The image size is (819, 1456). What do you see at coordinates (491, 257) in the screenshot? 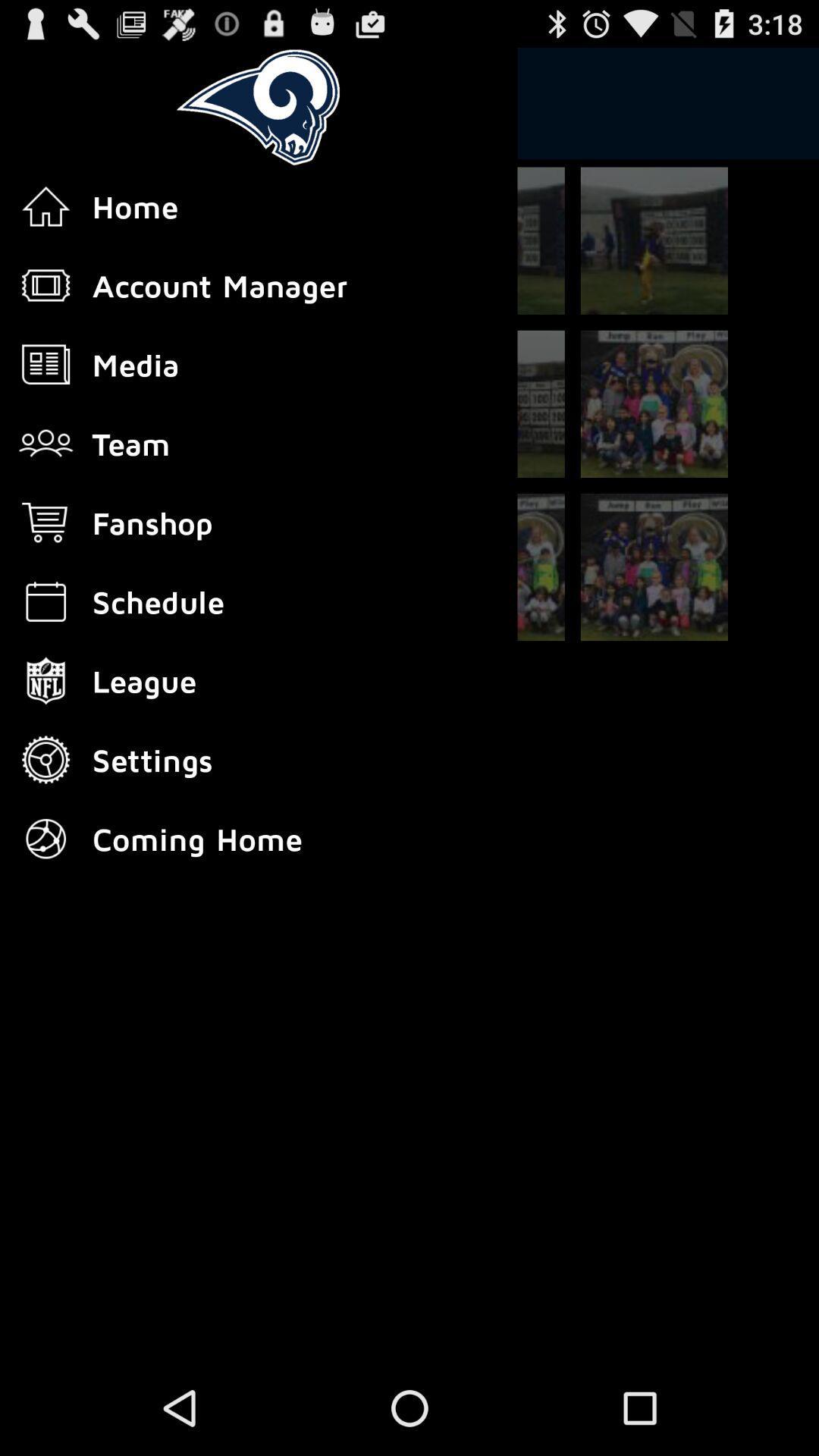
I see `the add icon` at bounding box center [491, 257].